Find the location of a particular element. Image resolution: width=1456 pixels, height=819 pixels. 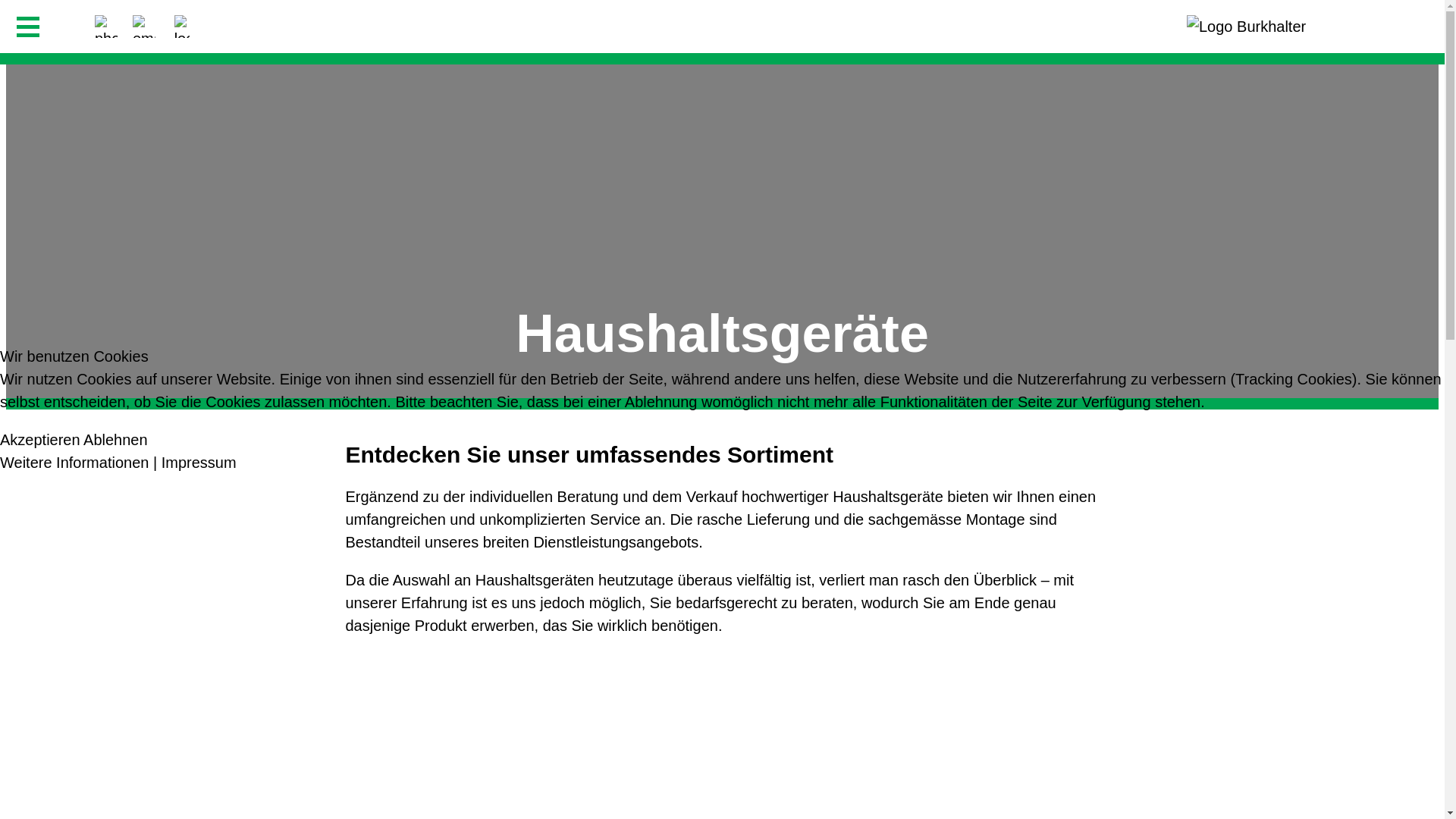

'Weitere Informationen' is located at coordinates (0, 461).